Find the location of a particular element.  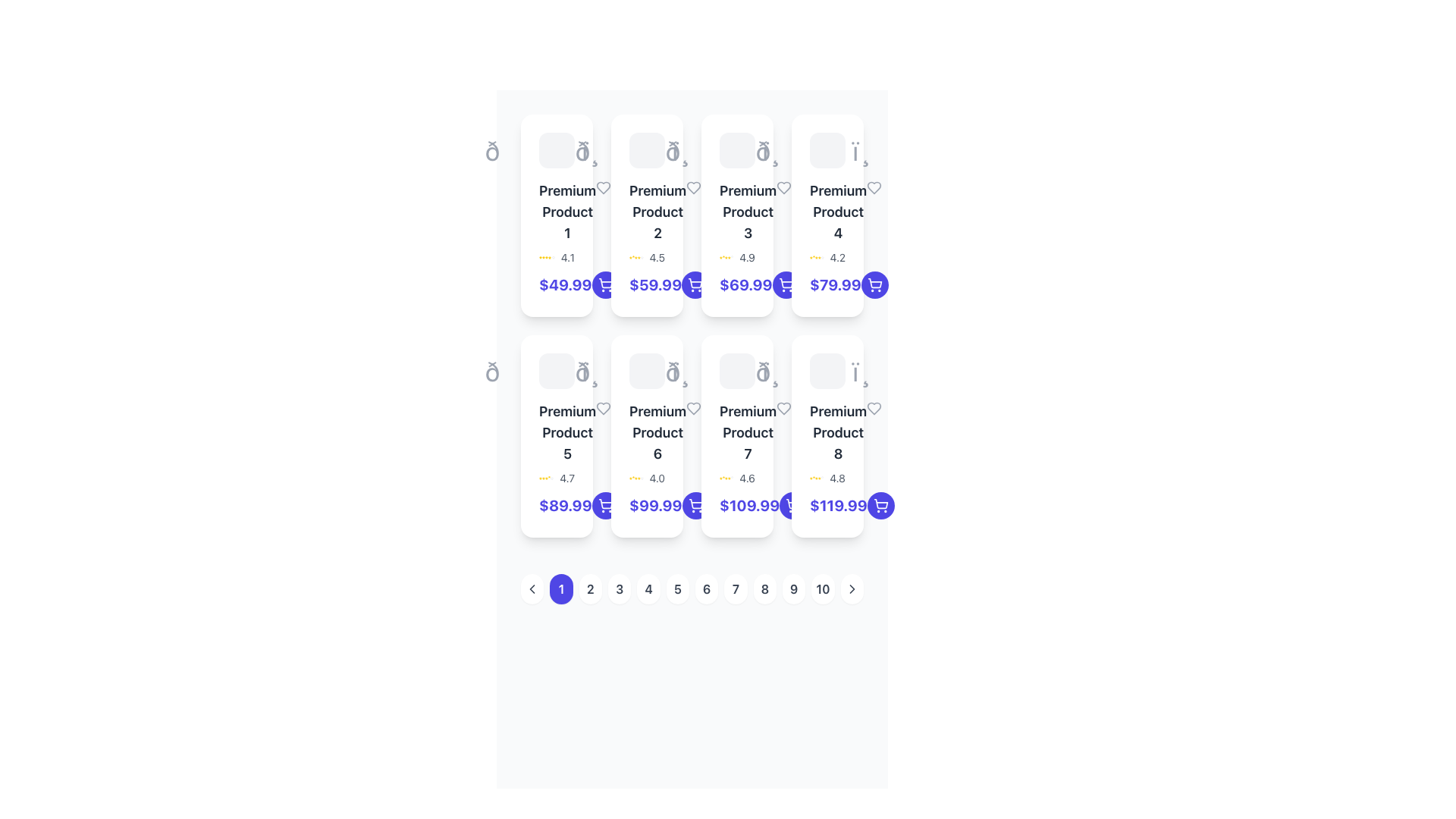

the small rightward arrow chevron icon is located at coordinates (852, 588).